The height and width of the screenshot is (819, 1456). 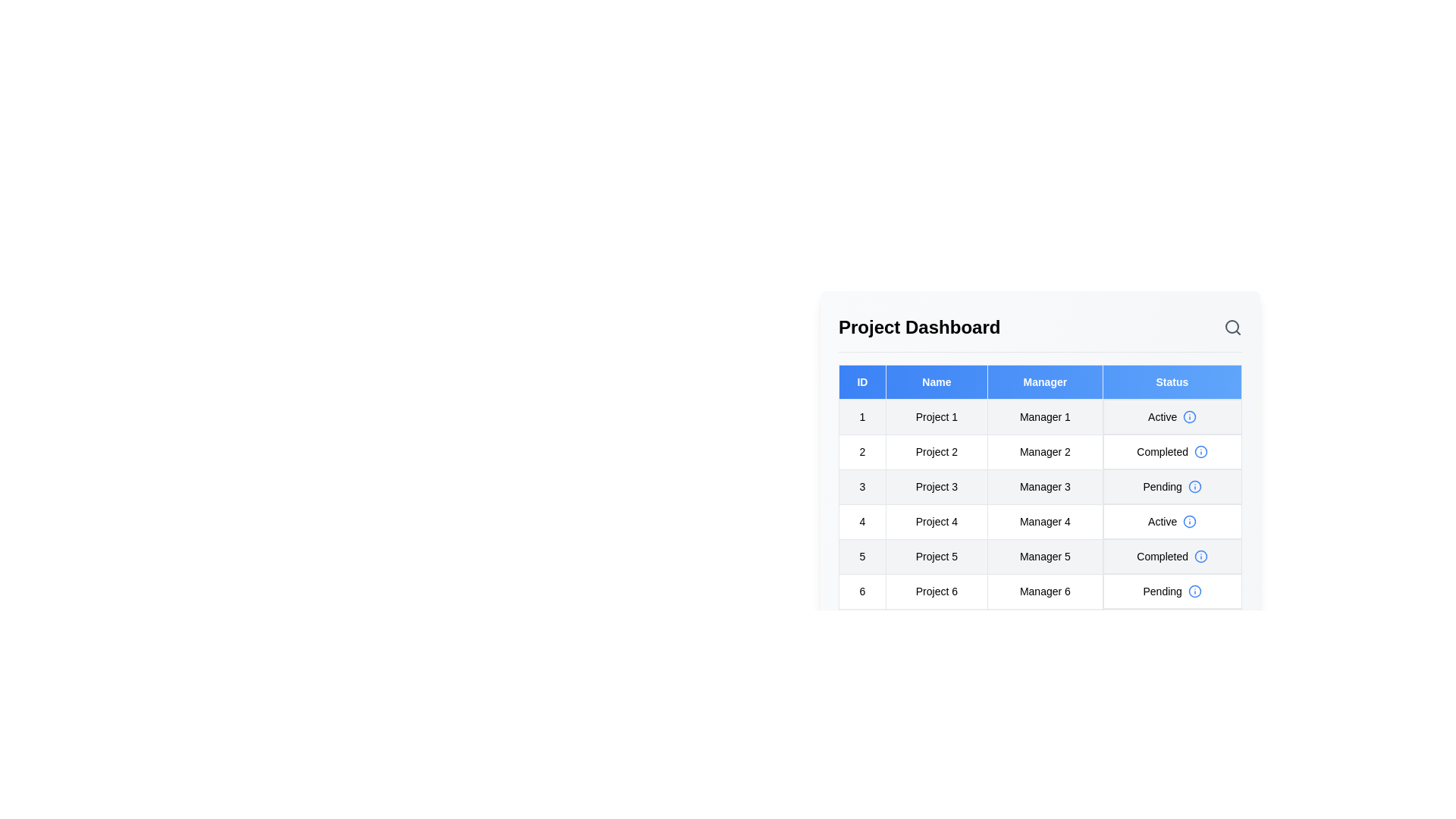 I want to click on the information icon for the status of project 5, so click(x=1200, y=556).